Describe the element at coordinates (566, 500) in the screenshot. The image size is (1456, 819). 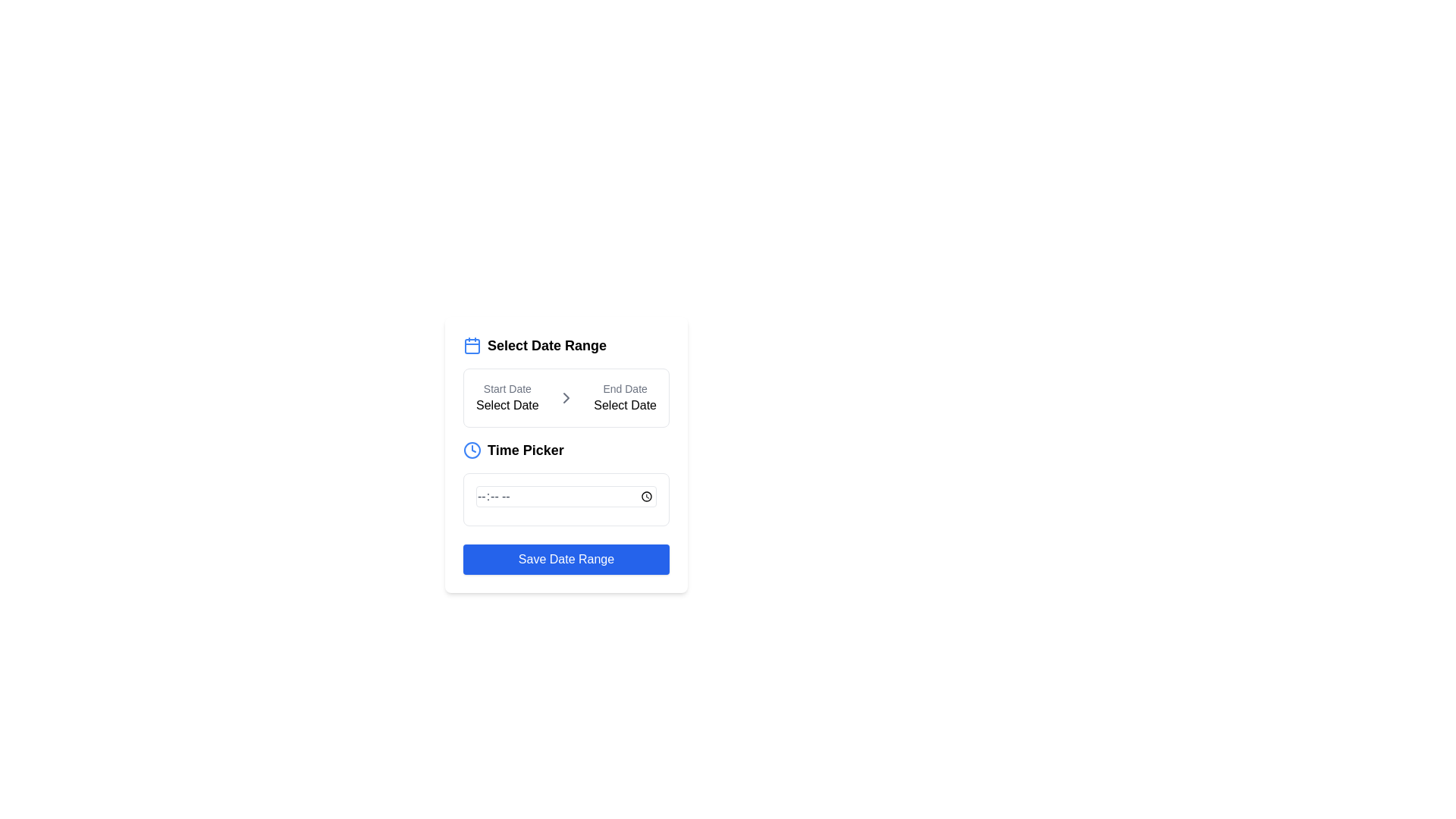
I see `the time input field within the 'Time Picker' section to type a time` at that location.